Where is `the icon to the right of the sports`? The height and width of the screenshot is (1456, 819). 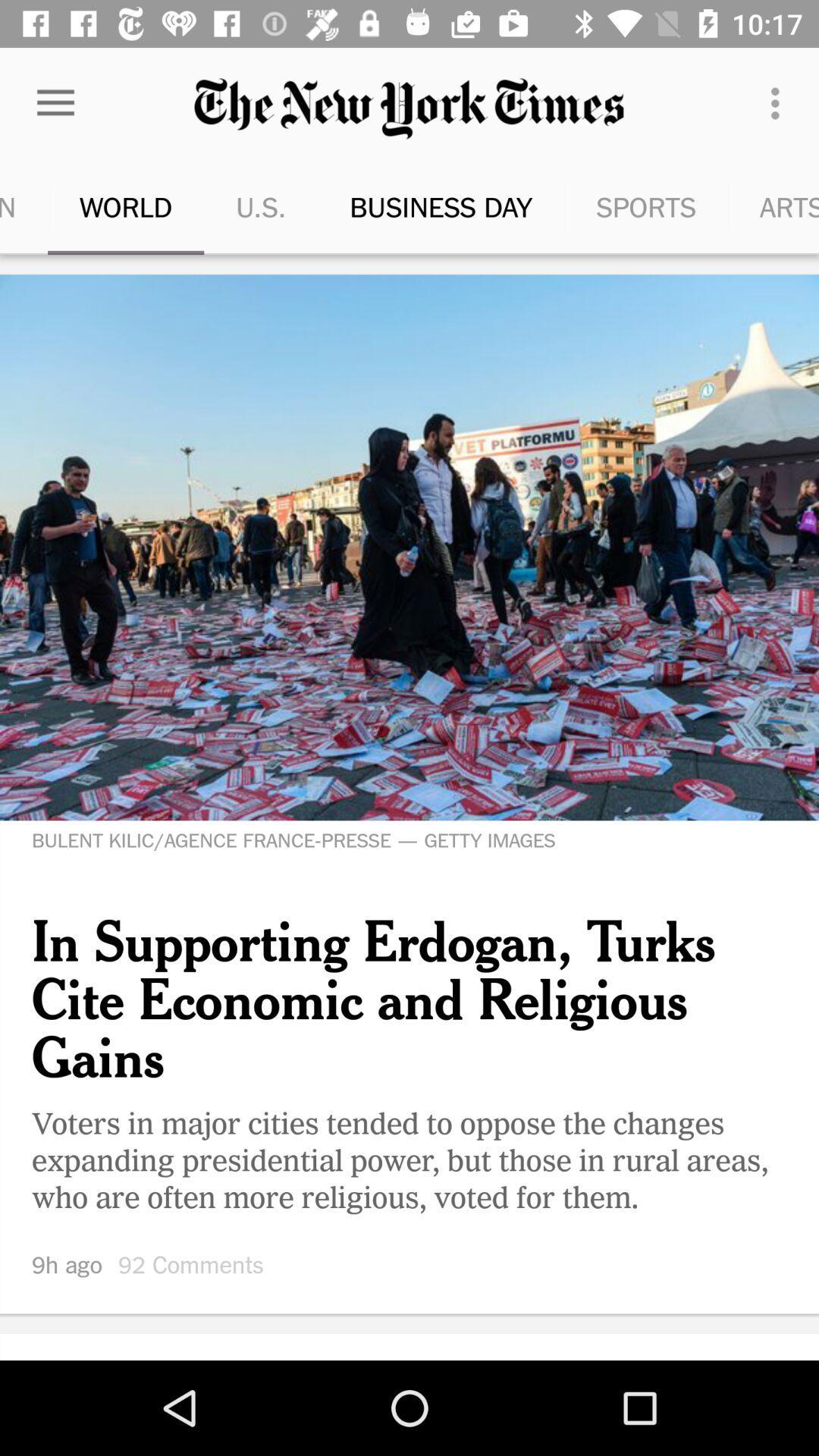 the icon to the right of the sports is located at coordinates (753, 206).